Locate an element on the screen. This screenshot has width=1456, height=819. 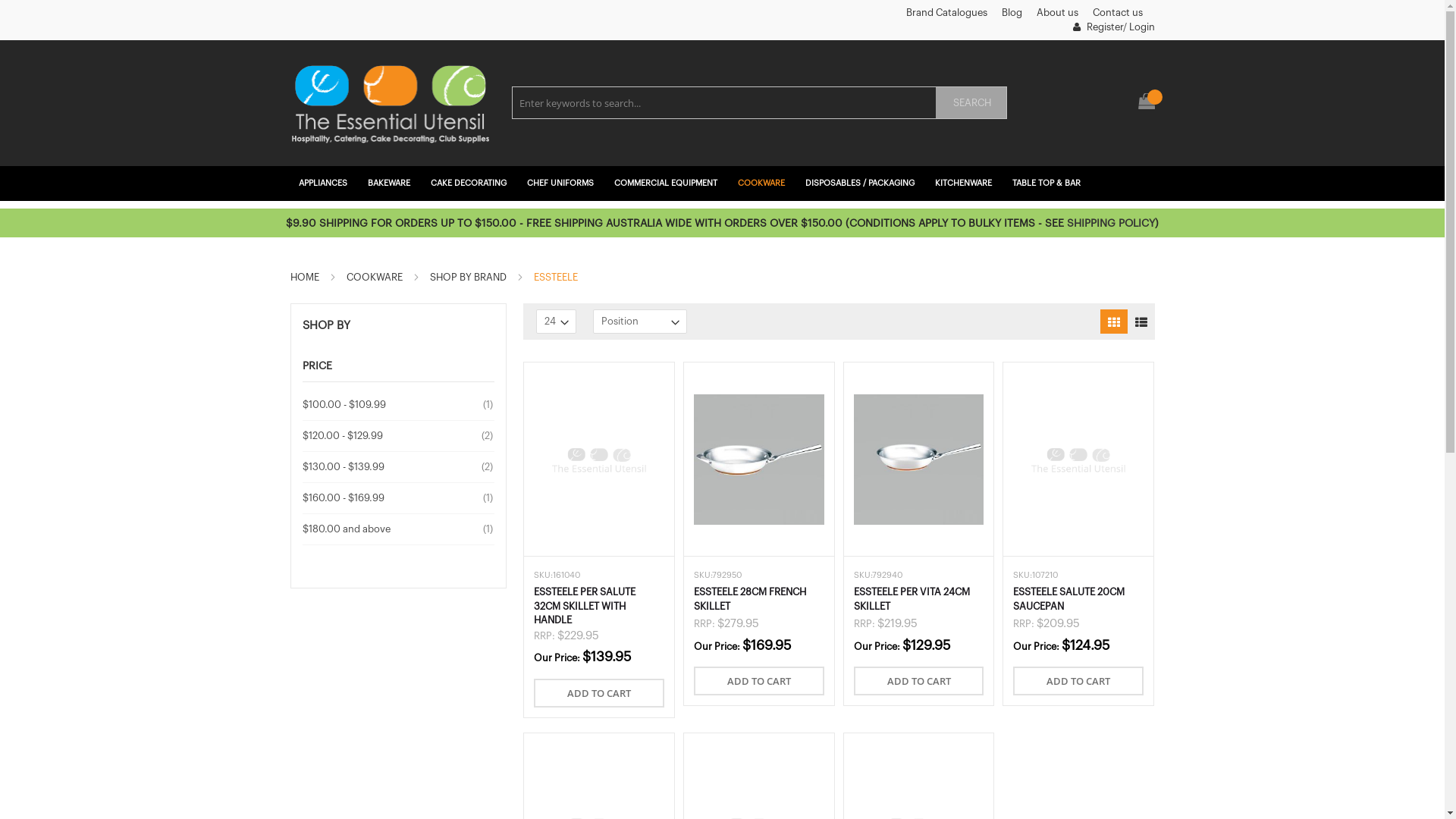
'SEARCH' is located at coordinates (971, 102).